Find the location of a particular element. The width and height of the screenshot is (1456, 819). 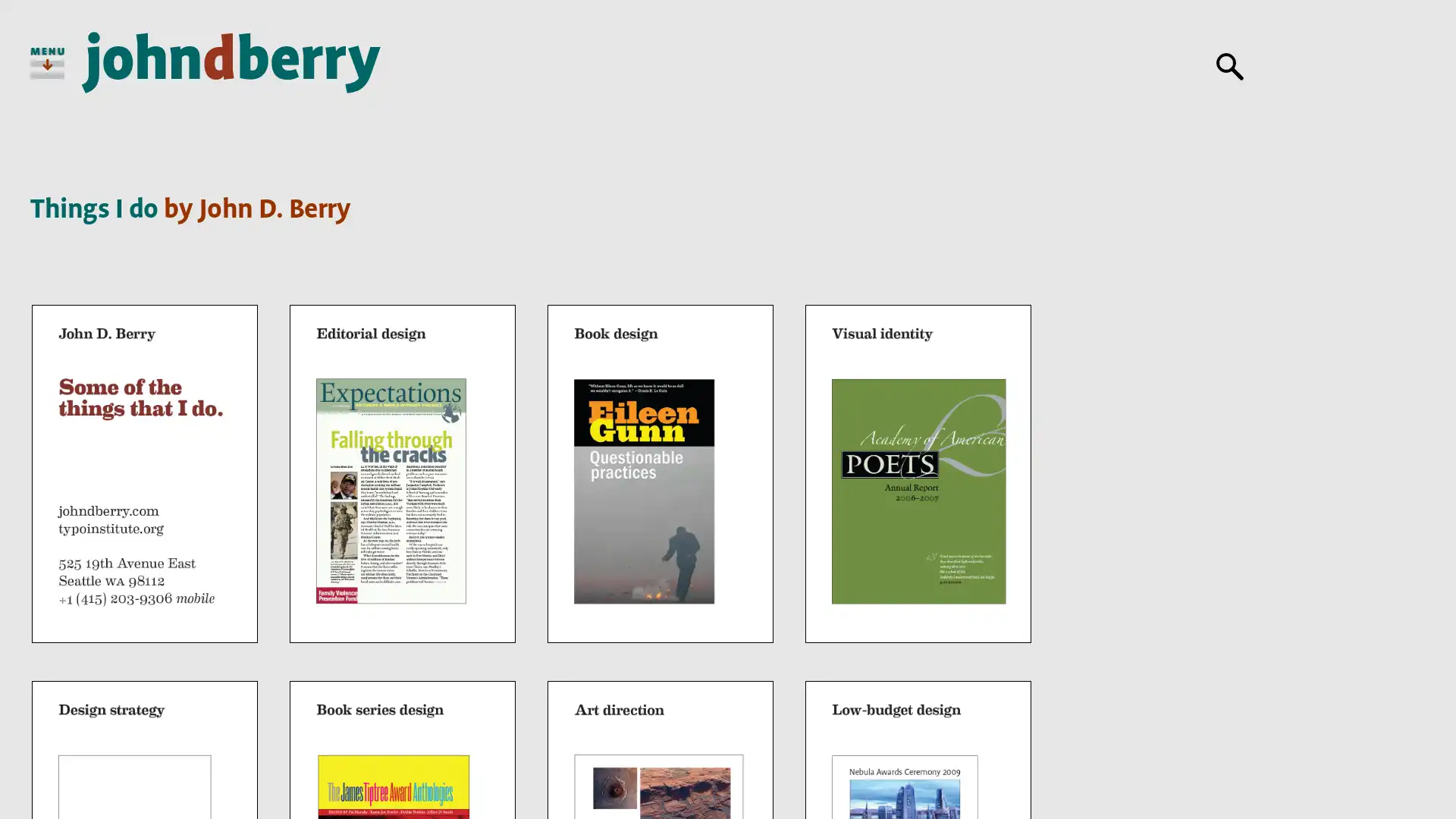

Search is located at coordinates (1230, 66).